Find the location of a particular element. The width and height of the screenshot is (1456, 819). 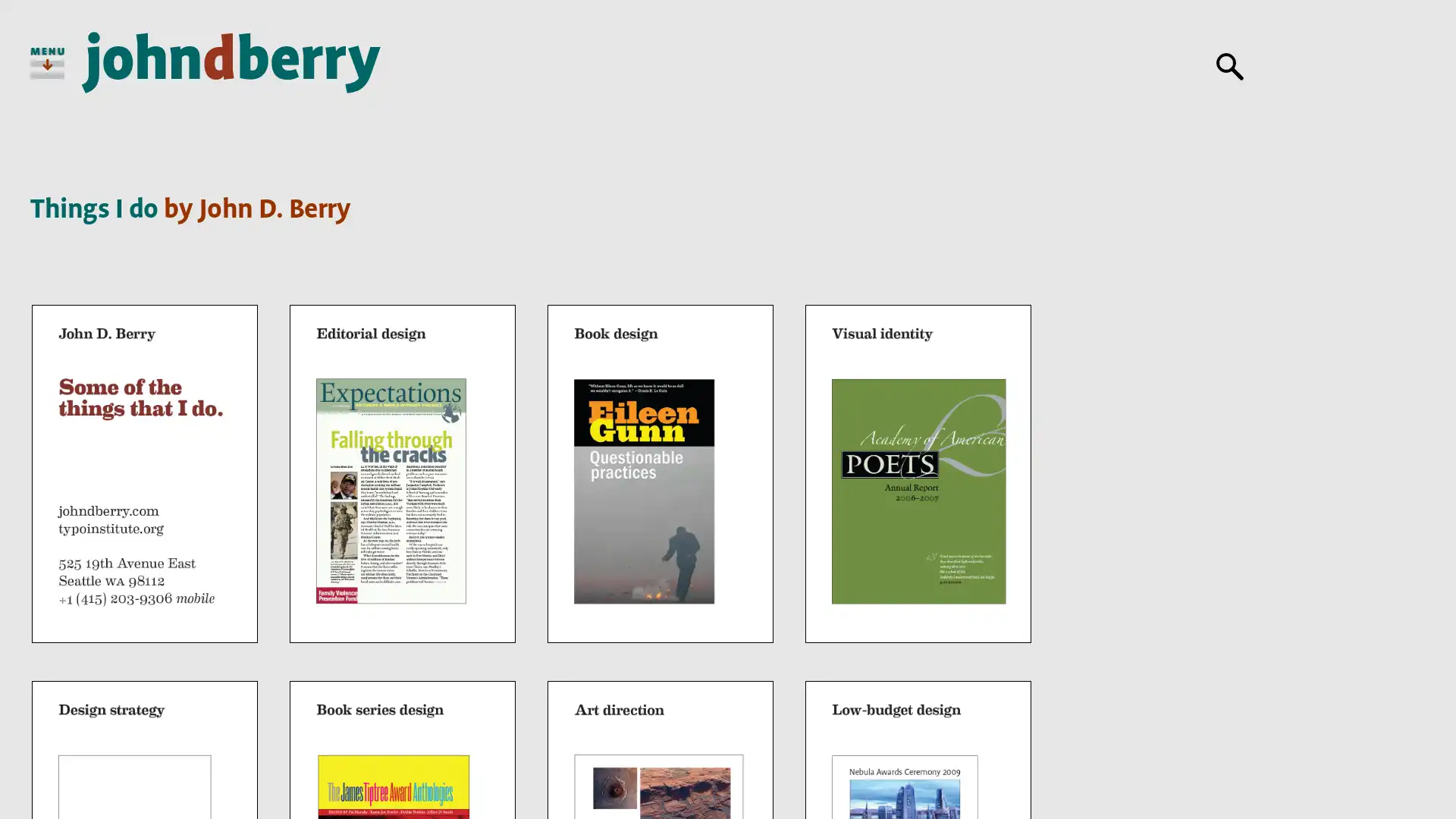

Search is located at coordinates (1230, 66).